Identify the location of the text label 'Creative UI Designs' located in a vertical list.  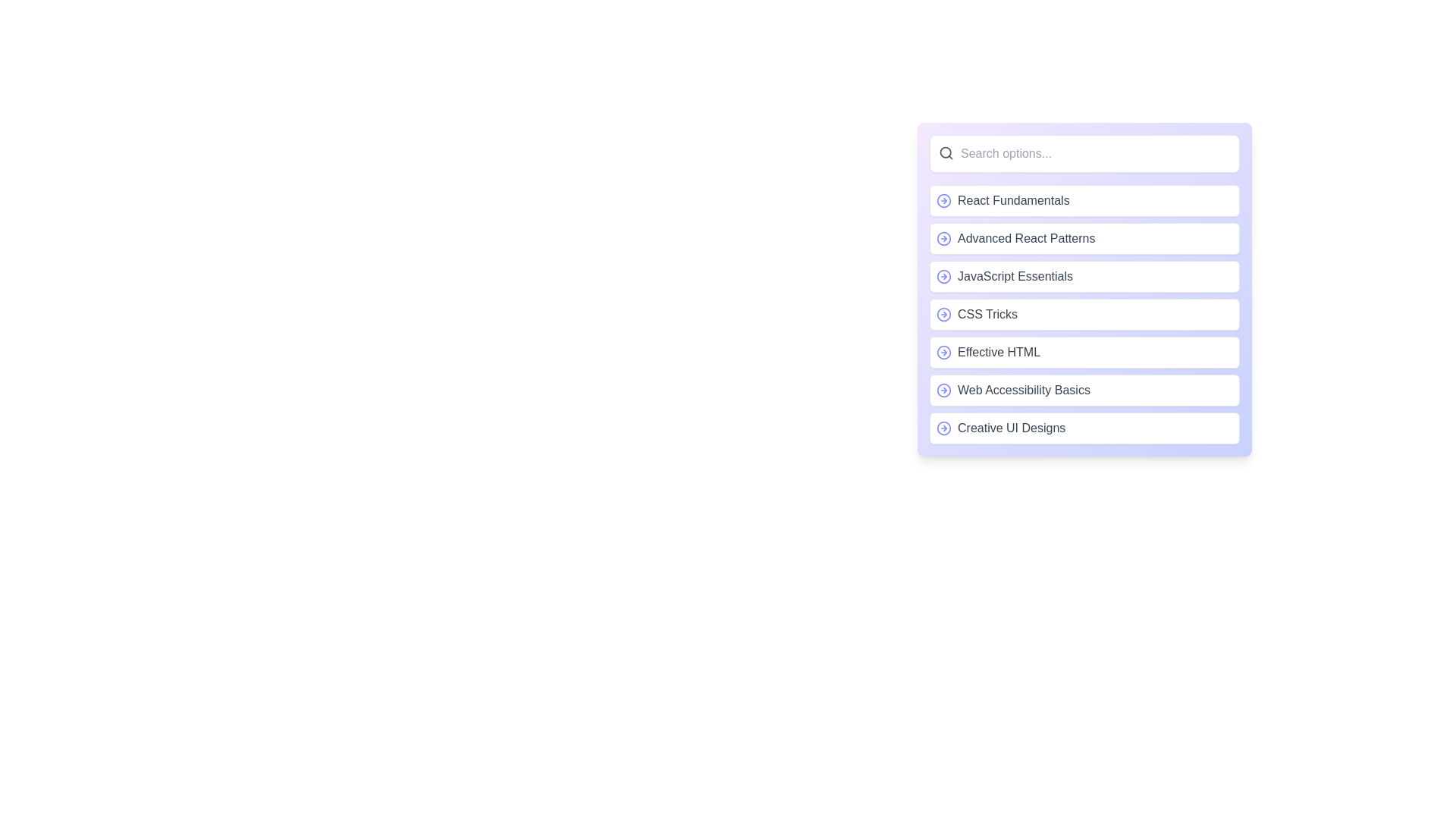
(1012, 428).